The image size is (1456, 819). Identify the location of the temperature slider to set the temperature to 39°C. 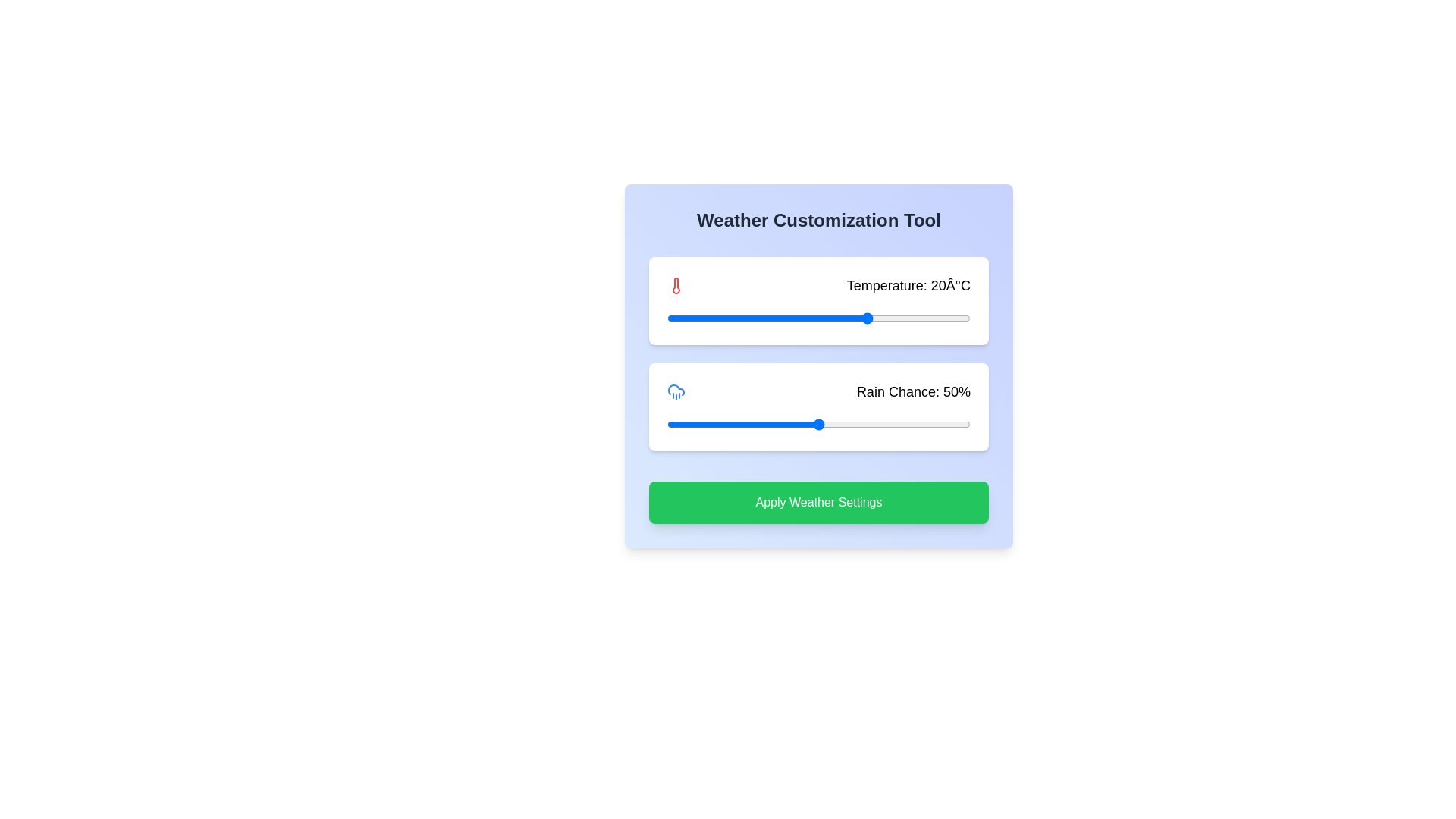
(965, 318).